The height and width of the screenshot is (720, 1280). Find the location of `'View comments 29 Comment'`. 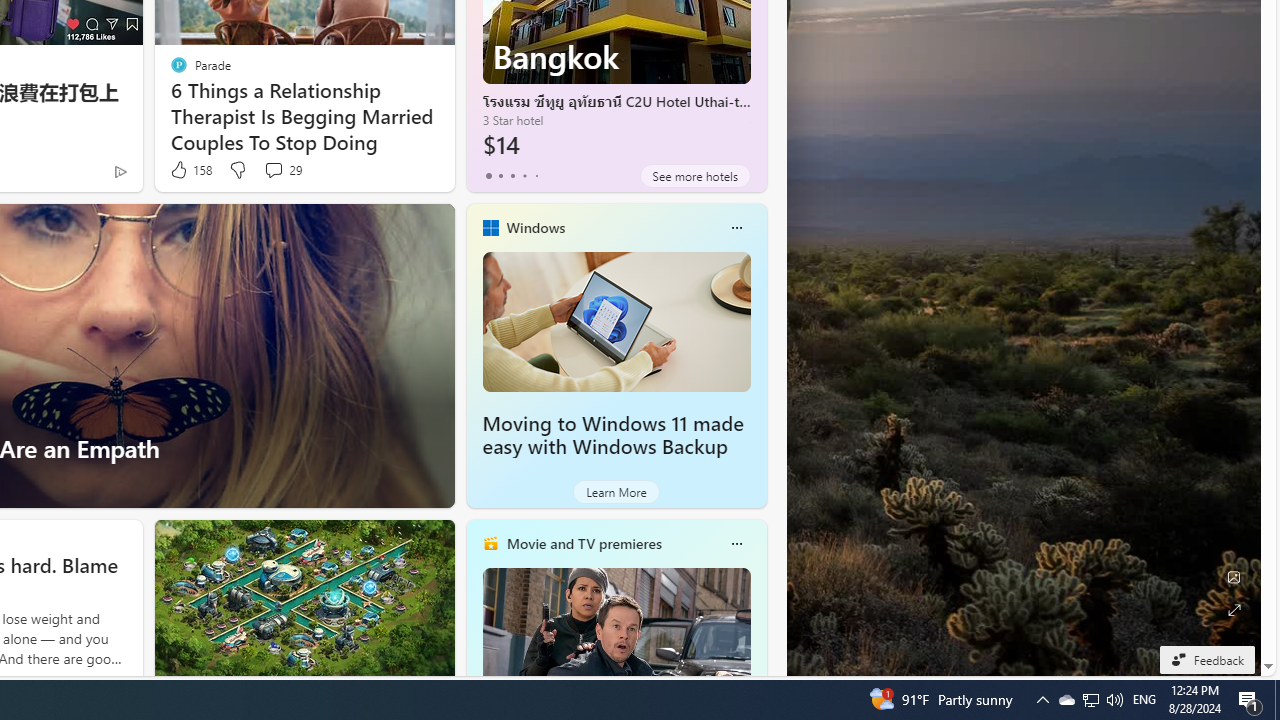

'View comments 29 Comment' is located at coordinates (272, 168).